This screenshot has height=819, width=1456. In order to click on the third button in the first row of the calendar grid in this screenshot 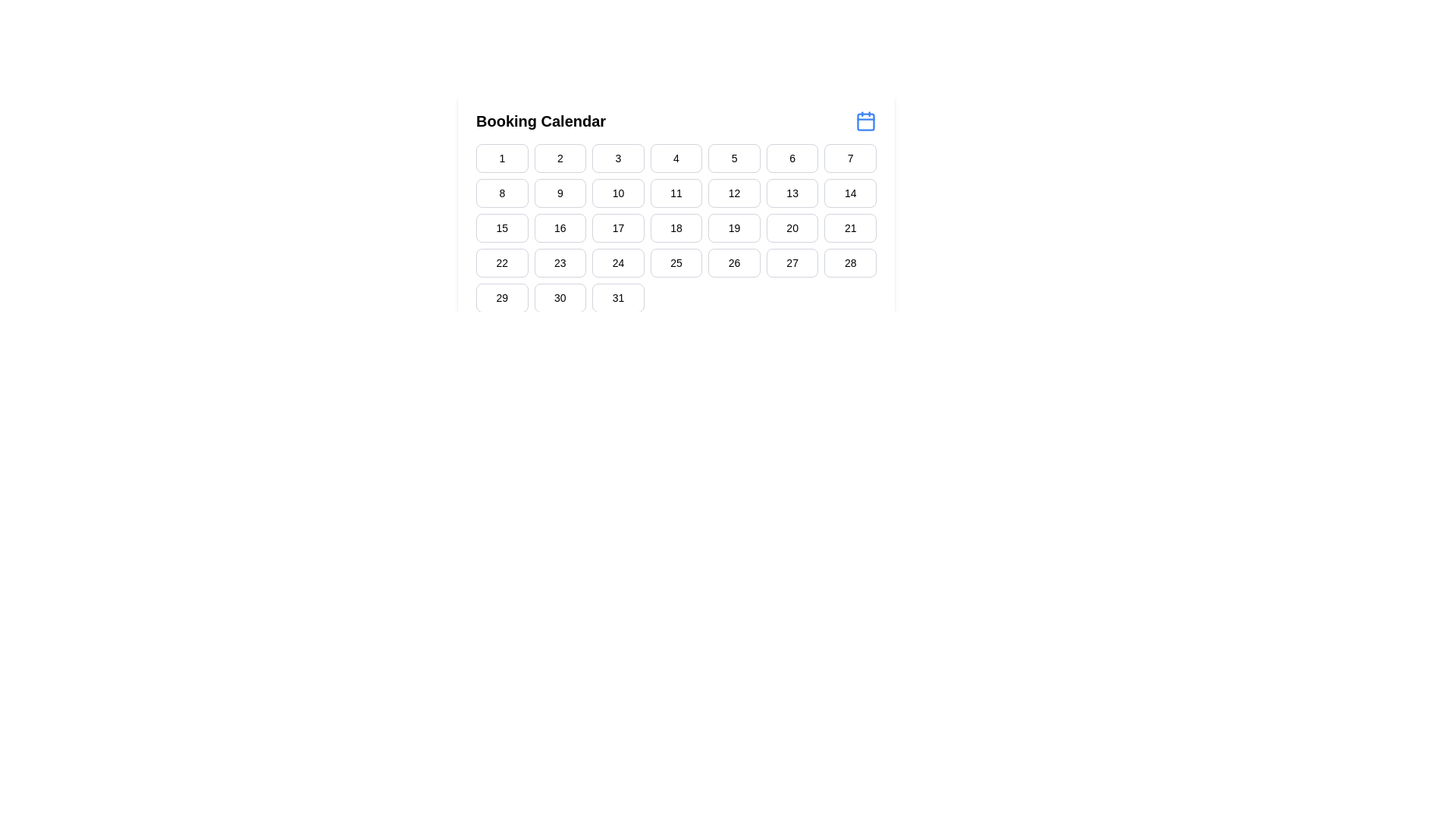, I will do `click(618, 158)`.